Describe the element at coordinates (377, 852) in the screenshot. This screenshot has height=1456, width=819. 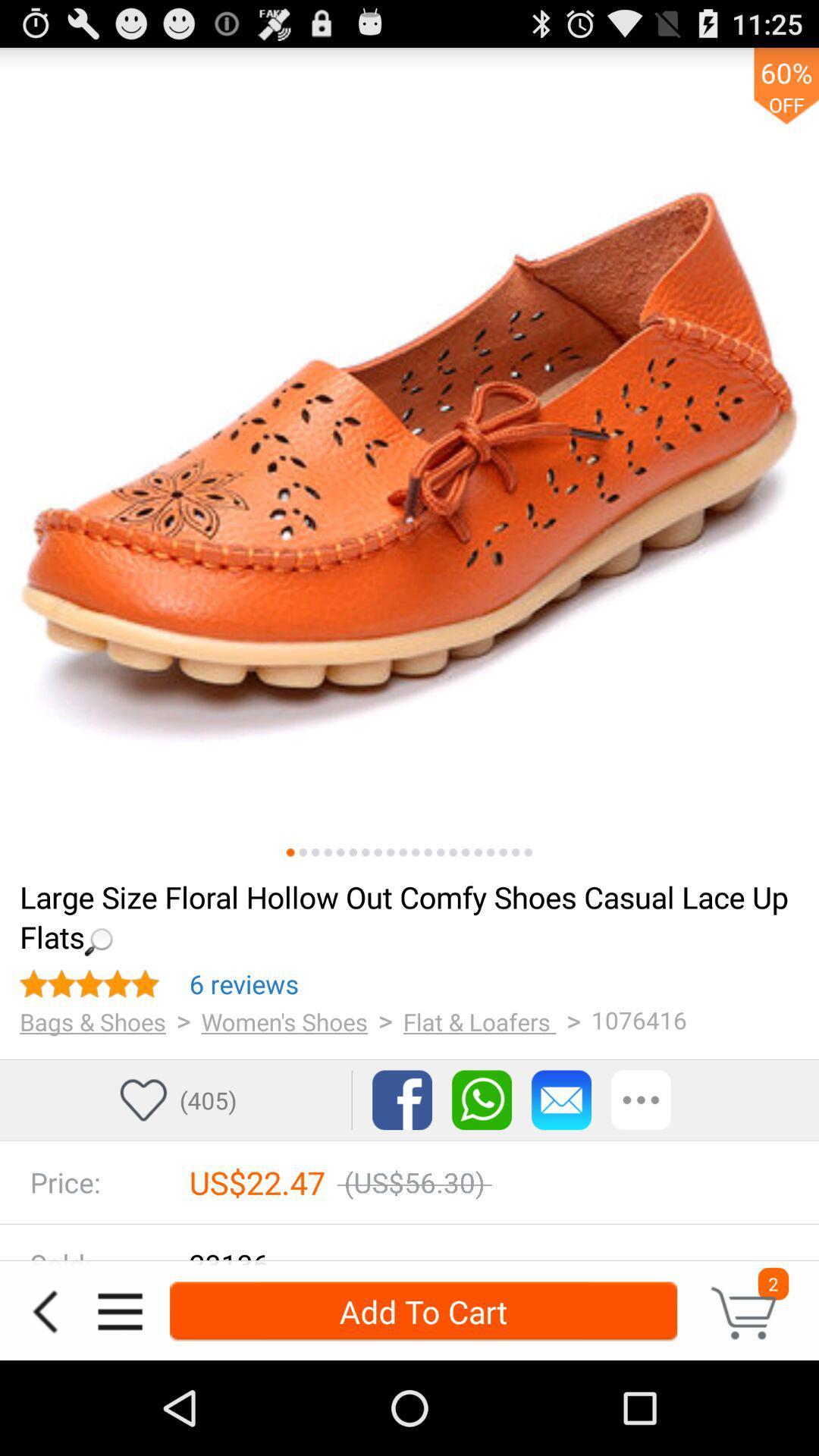
I see `picture` at that location.